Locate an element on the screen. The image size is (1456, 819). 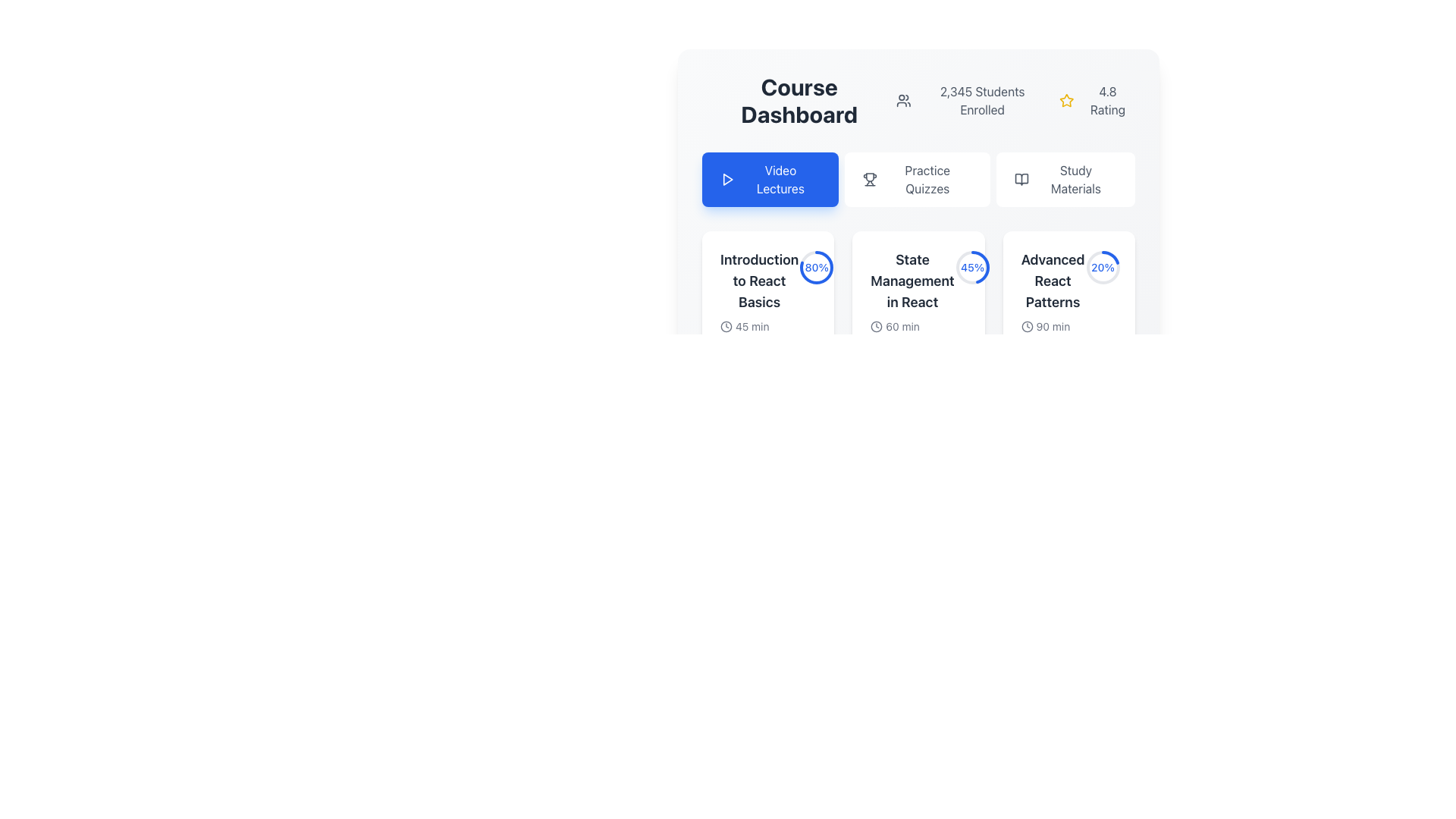
the gray outline clock icon located in the third card under the 'Advanced React Patterns' section, to the left of the '90 min' text is located at coordinates (1027, 326).